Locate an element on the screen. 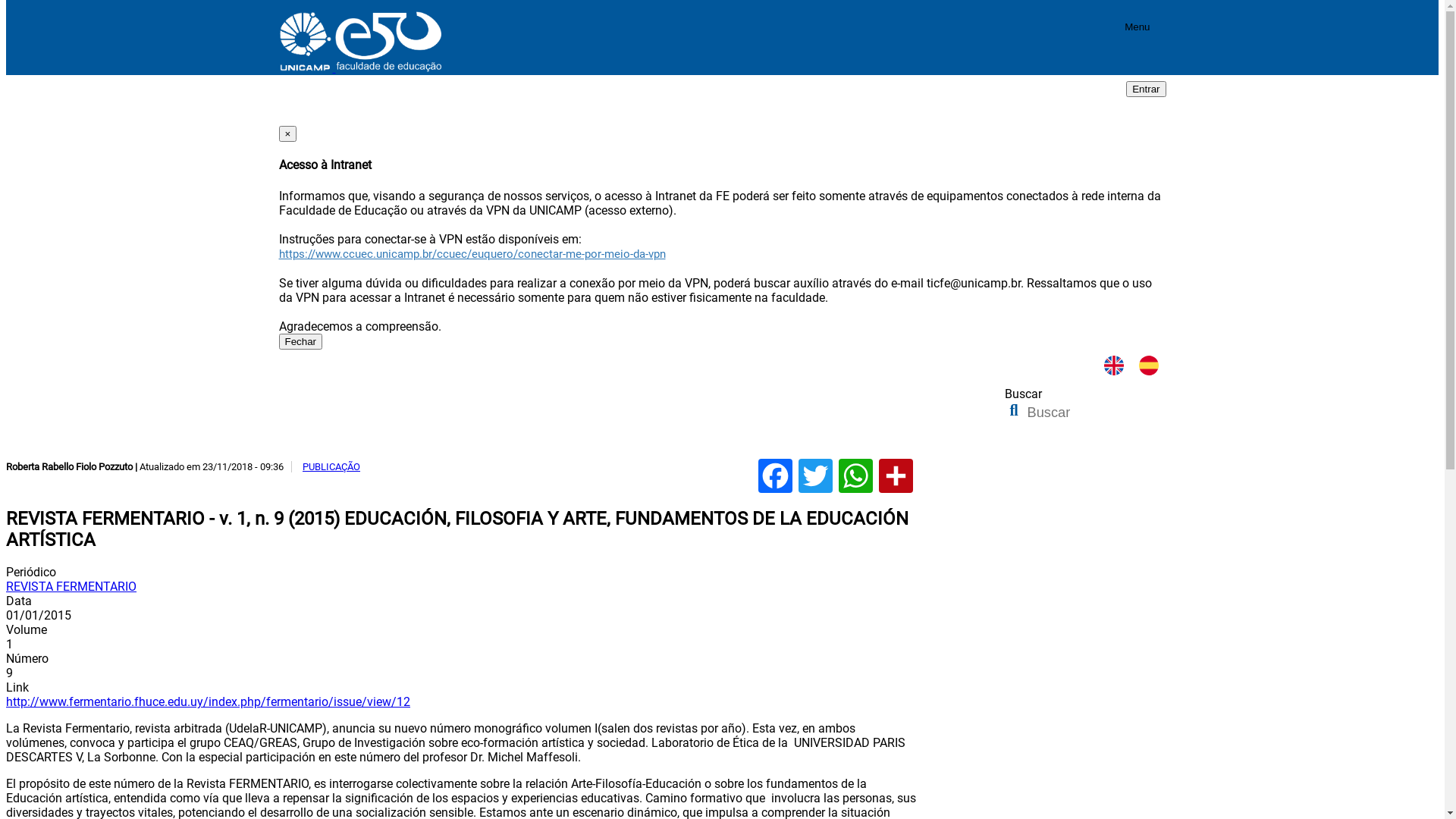 The width and height of the screenshot is (1456, 819). 'Share' is located at coordinates (896, 475).